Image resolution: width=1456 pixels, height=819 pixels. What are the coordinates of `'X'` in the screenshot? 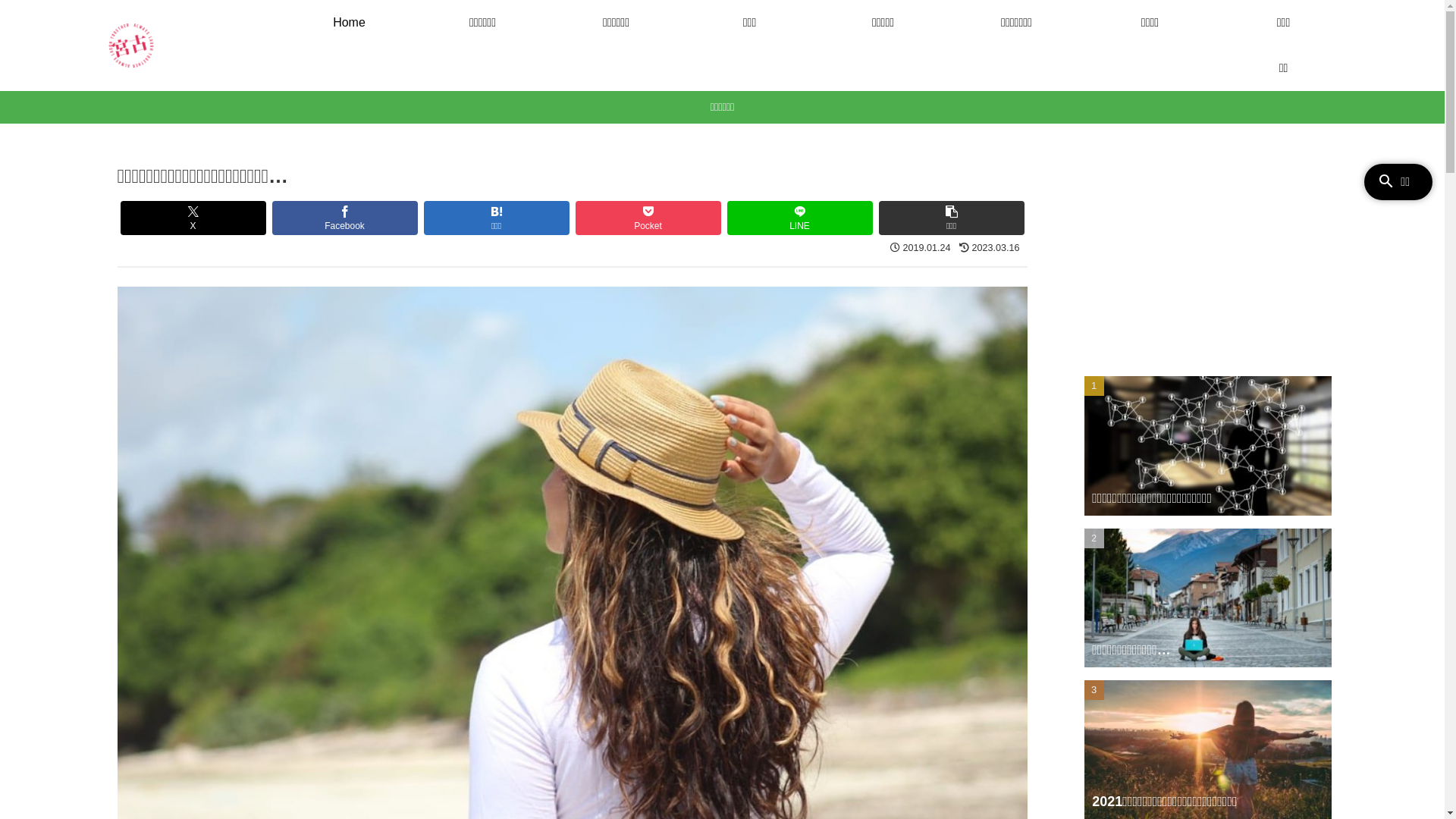 It's located at (192, 218).